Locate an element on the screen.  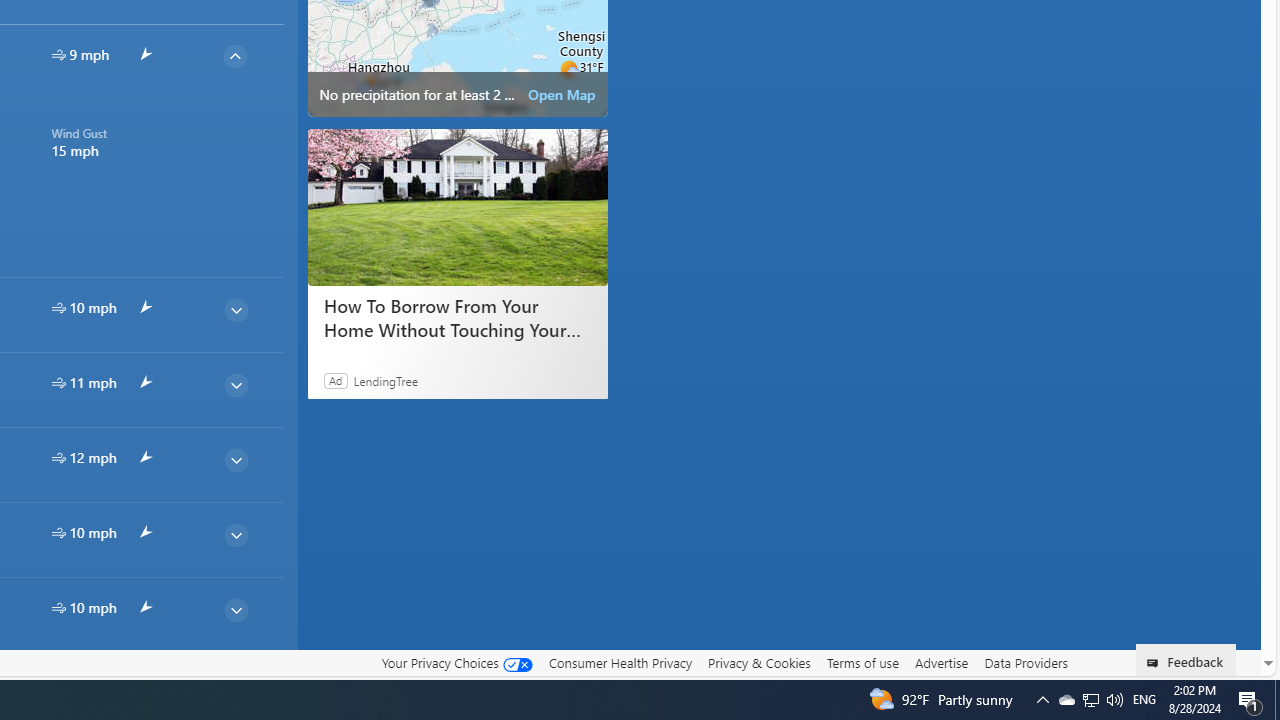
'Consumer Health Privacy' is located at coordinates (619, 662).